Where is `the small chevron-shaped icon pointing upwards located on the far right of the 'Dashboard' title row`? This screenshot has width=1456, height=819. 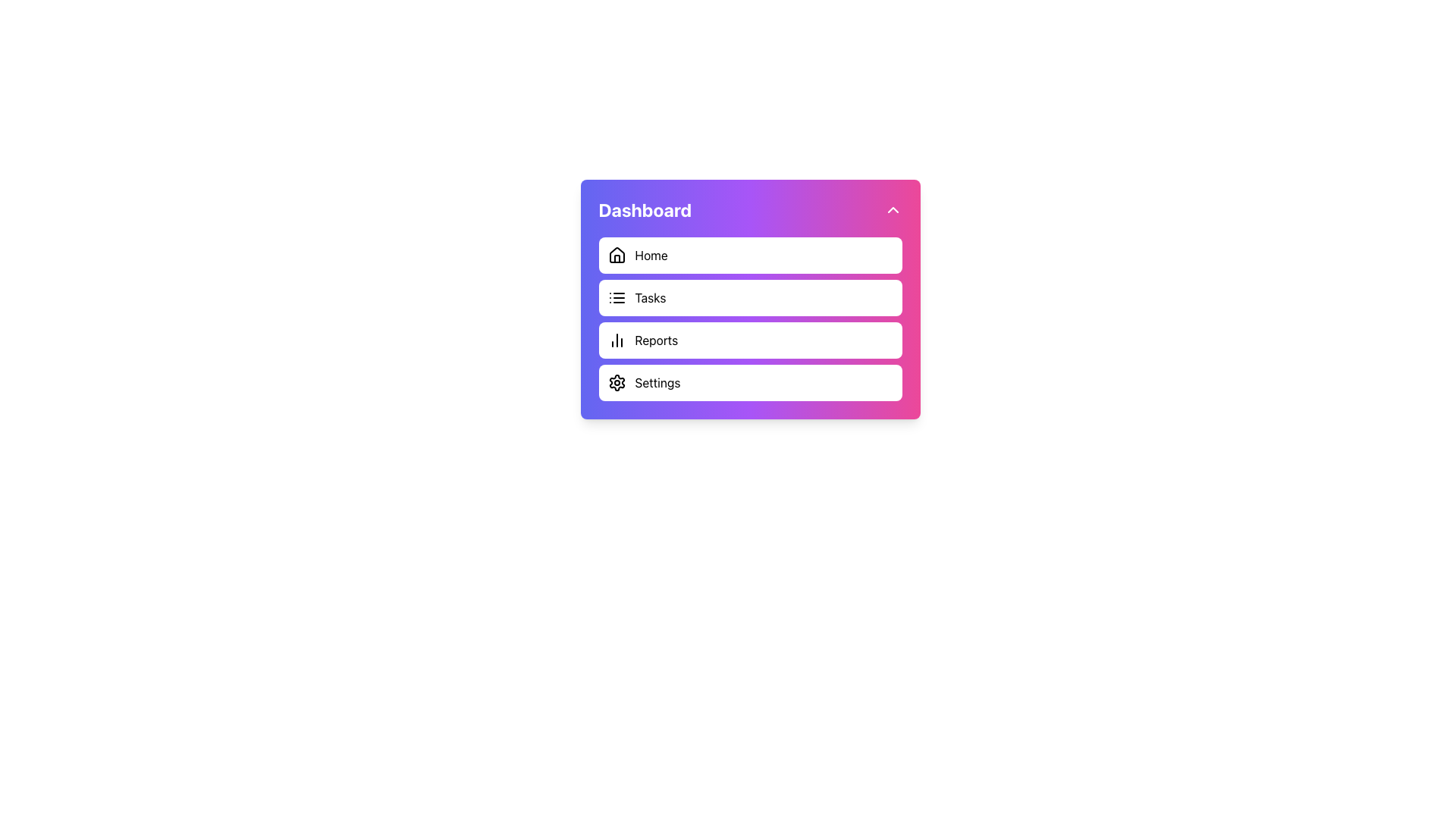
the small chevron-shaped icon pointing upwards located on the far right of the 'Dashboard' title row is located at coordinates (893, 210).